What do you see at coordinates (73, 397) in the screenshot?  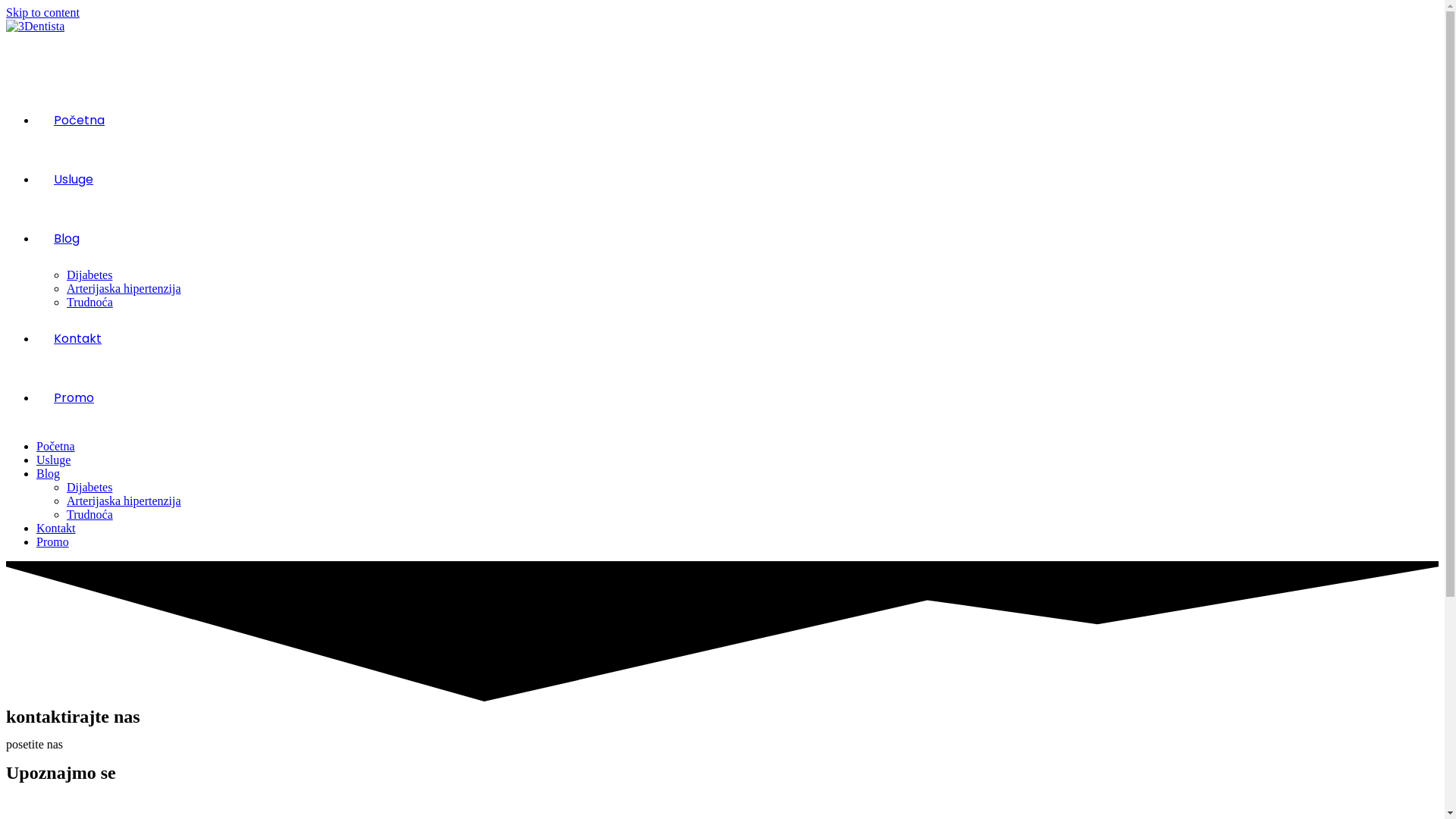 I see `'Promo'` at bounding box center [73, 397].